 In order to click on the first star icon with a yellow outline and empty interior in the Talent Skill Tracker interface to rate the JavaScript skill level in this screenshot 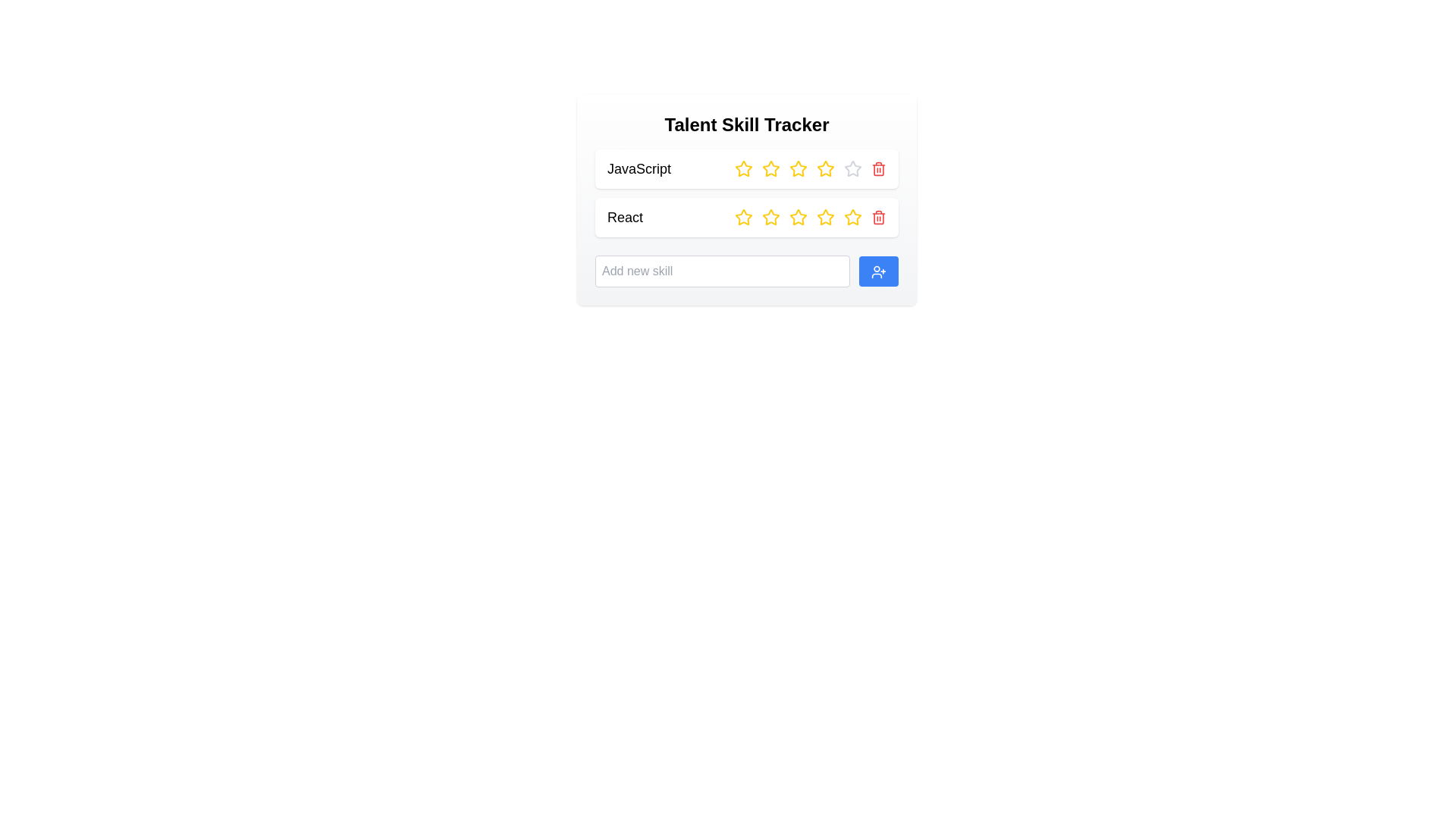, I will do `click(743, 169)`.